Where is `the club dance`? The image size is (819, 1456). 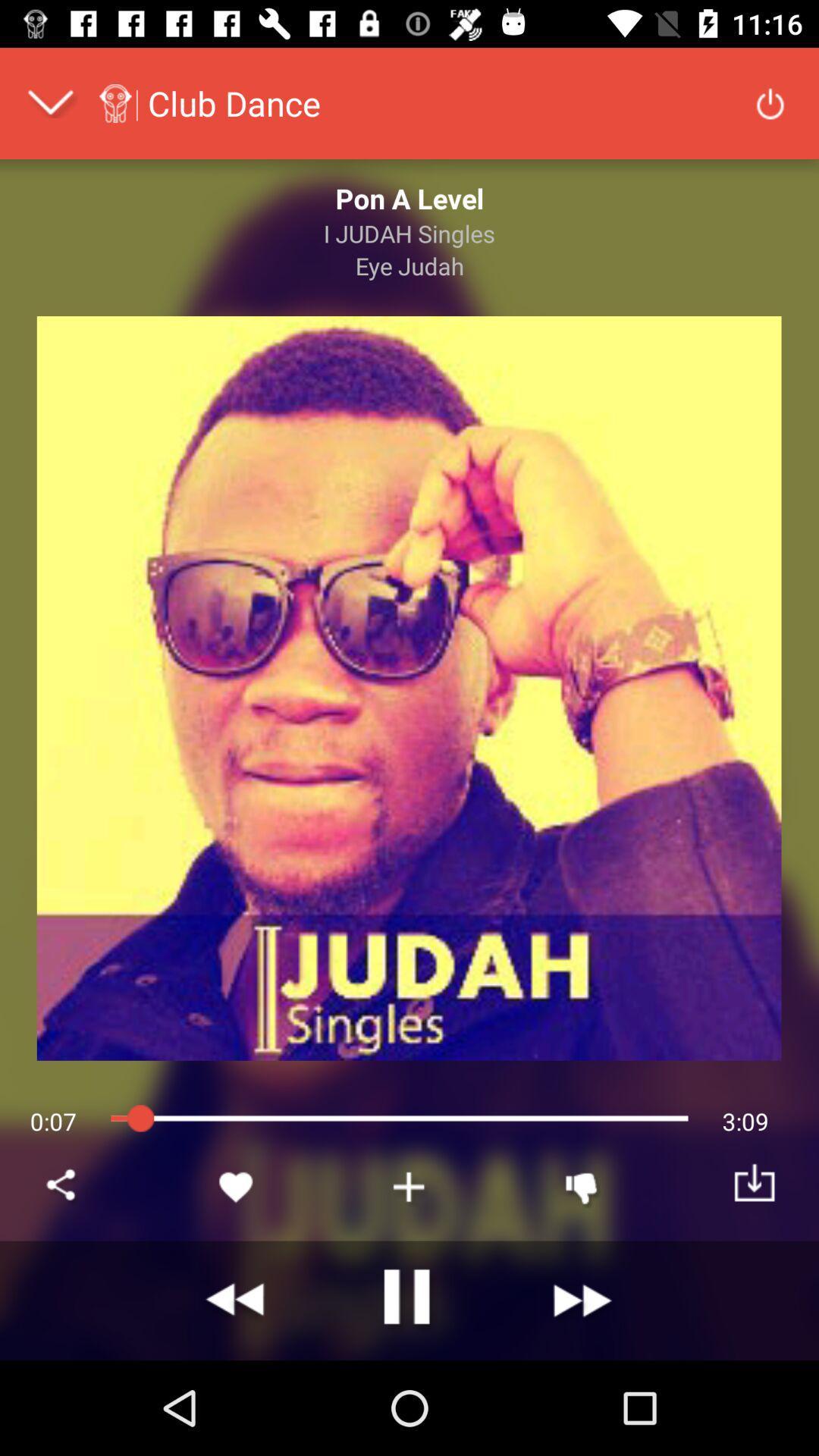 the club dance is located at coordinates (234, 102).